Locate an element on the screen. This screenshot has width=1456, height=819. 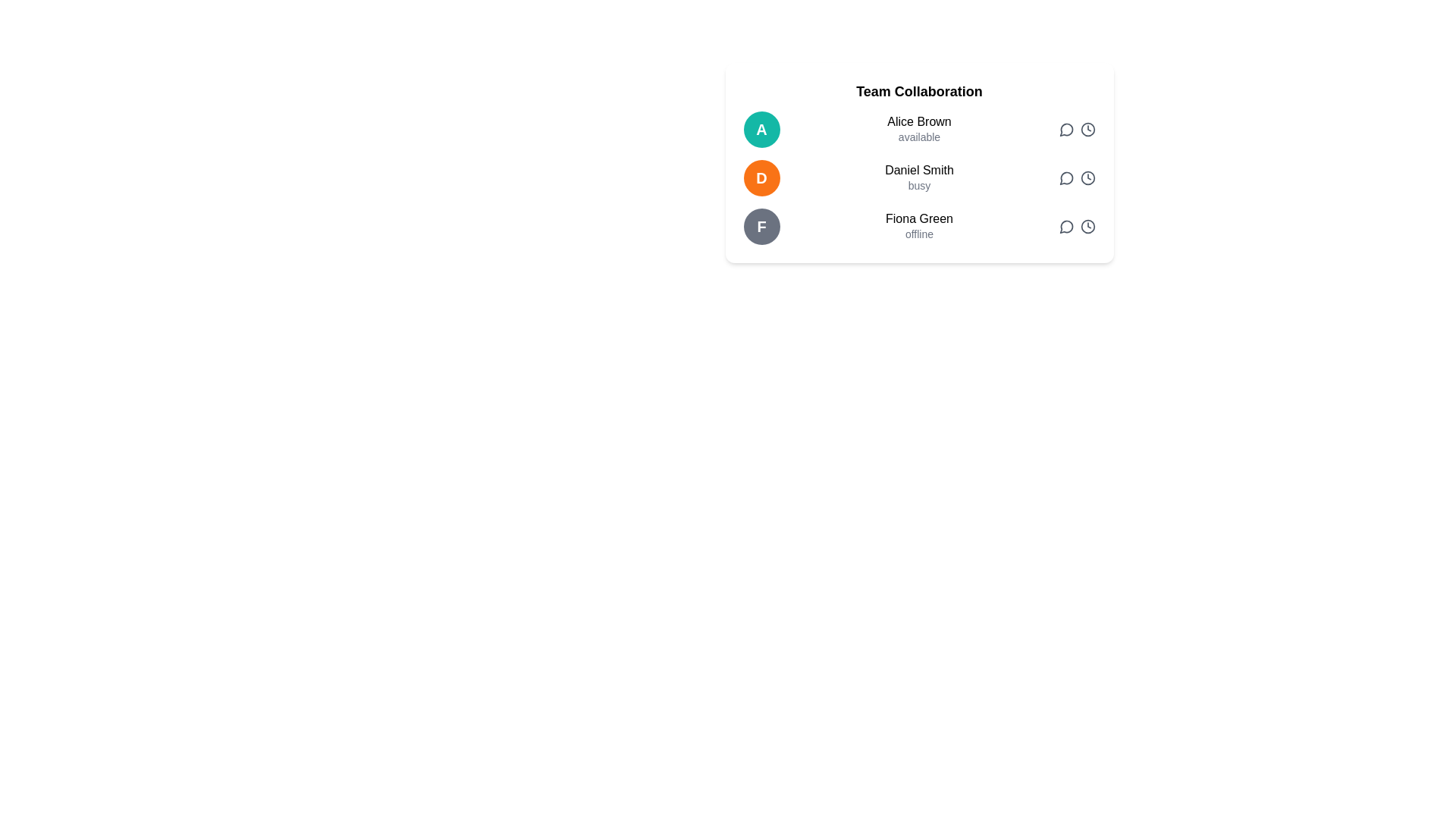
the circular chat bubble icon indicating a message or comment function for 'Alice Brown' in the 'Team Collaboration' list is located at coordinates (1065, 129).